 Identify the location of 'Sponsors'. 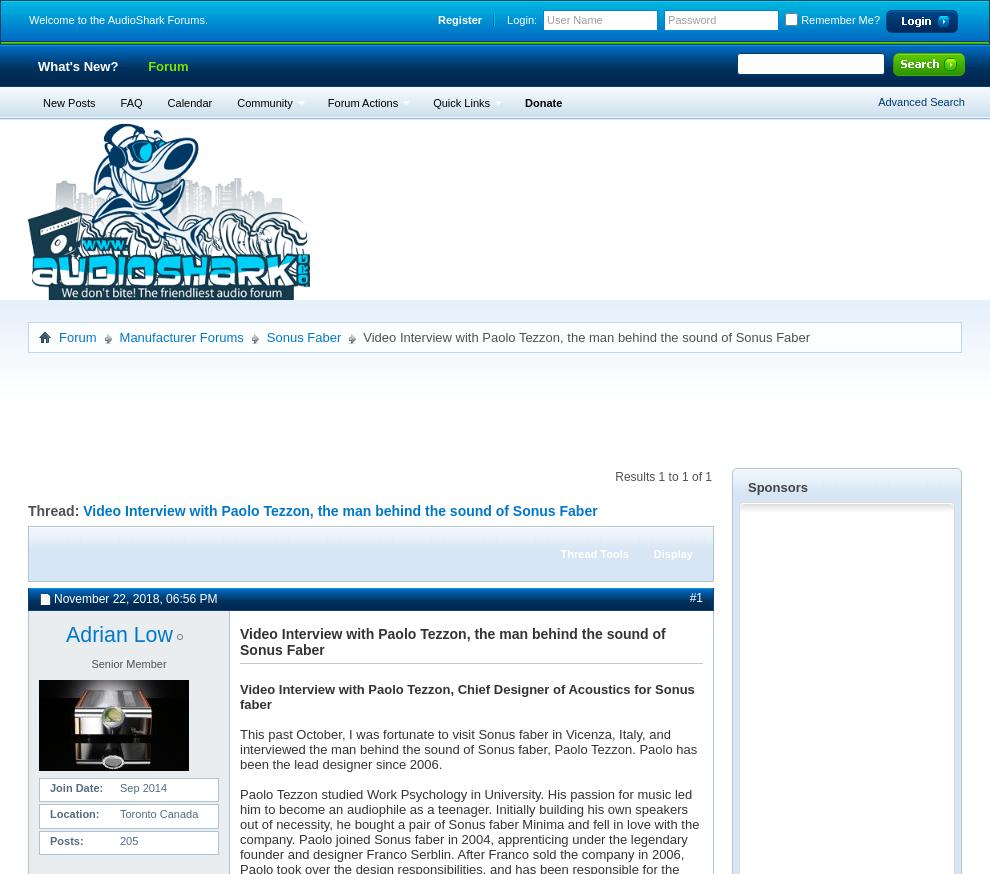
(777, 486).